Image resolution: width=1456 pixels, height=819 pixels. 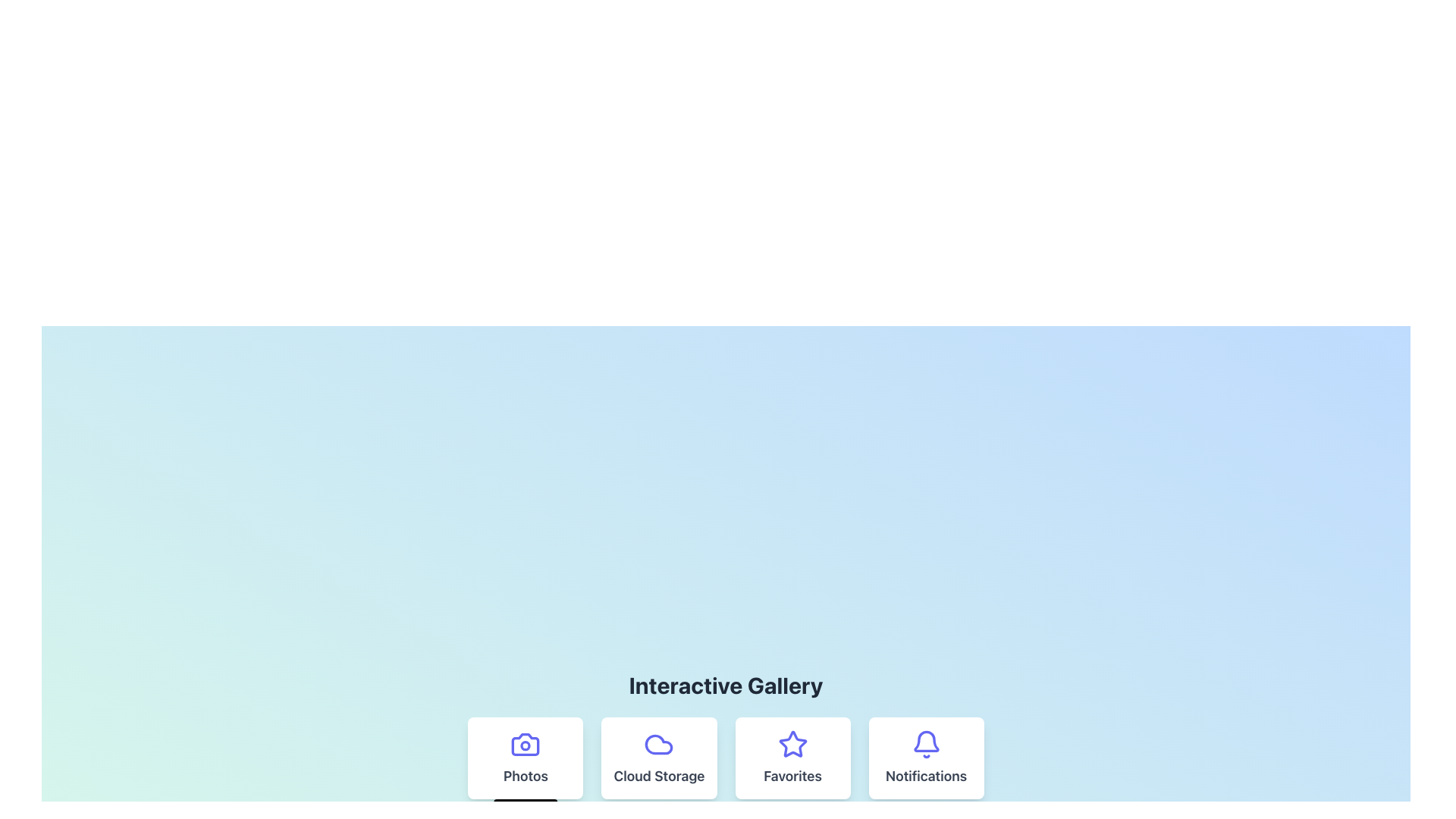 What do you see at coordinates (525, 744) in the screenshot?
I see `the 'Photos' icon, which is the first card from the left in a group of four cards` at bounding box center [525, 744].